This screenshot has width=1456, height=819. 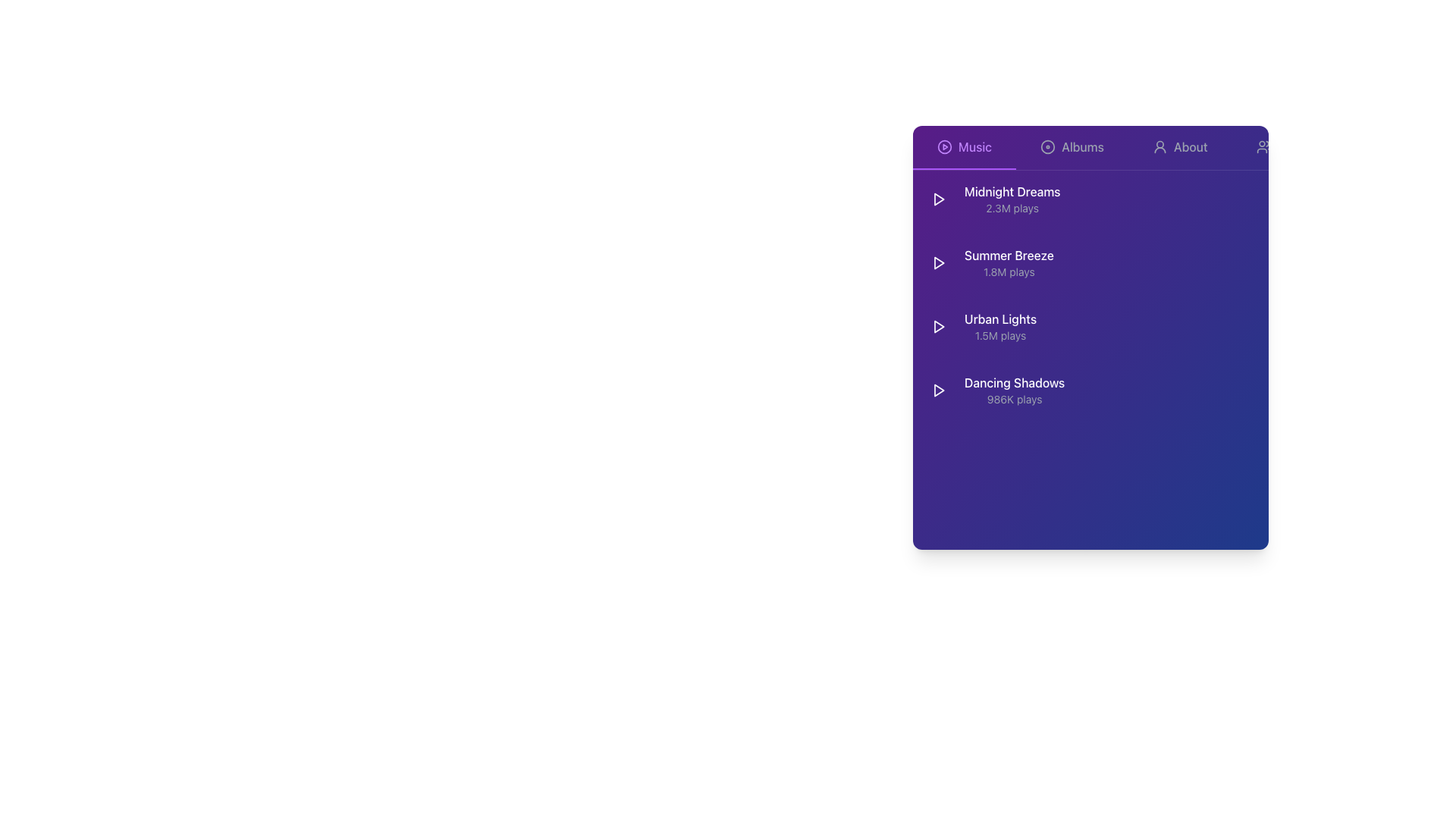 What do you see at coordinates (1015, 390) in the screenshot?
I see `the label displaying the title and subtitle of the song, which is the fourth item in the vertical list under the 'Music' heading in the right panel` at bounding box center [1015, 390].